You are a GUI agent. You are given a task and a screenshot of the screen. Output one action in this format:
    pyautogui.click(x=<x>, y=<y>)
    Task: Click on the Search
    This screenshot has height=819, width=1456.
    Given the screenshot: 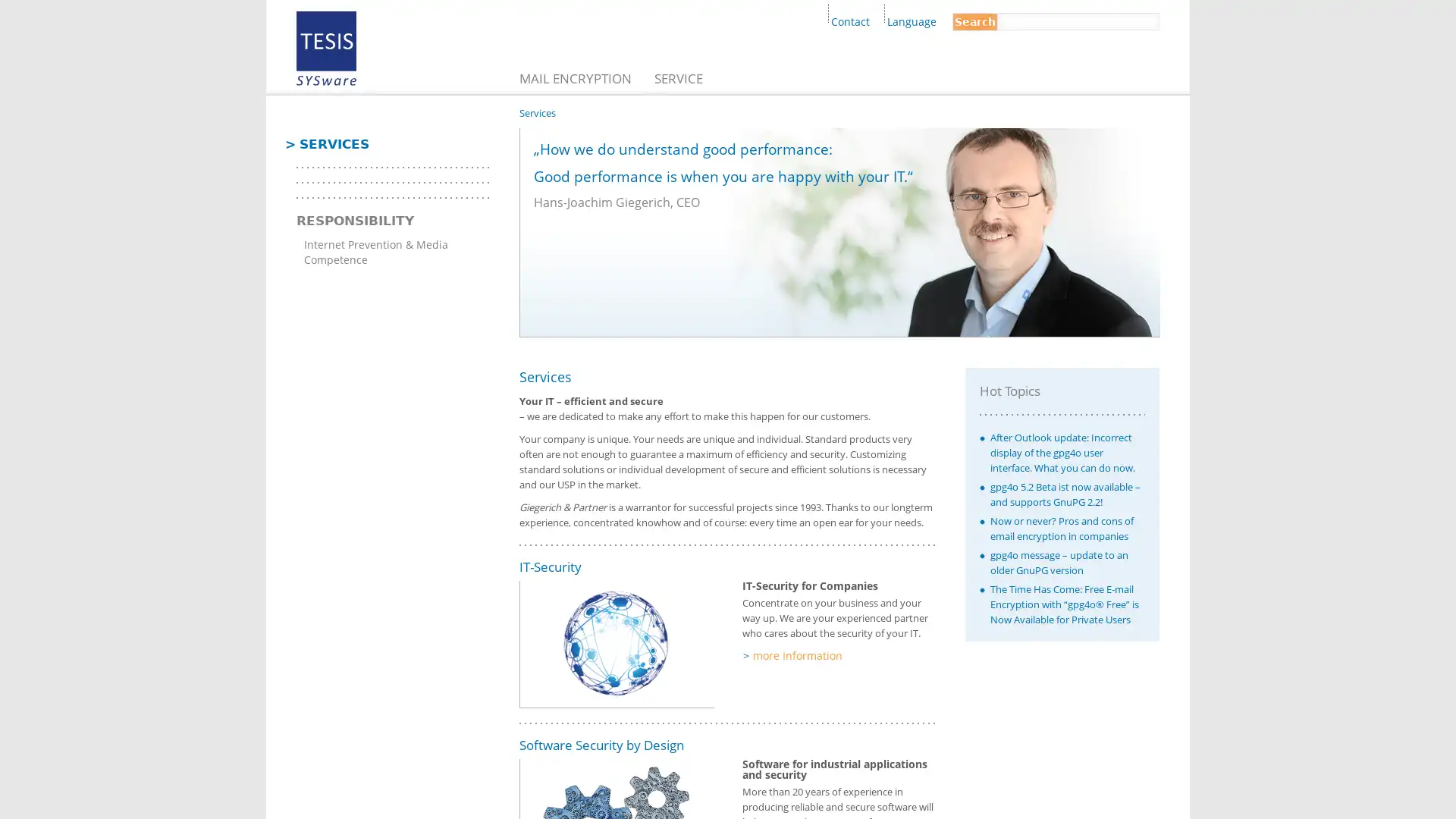 What is the action you would take?
    pyautogui.click(x=975, y=22)
    